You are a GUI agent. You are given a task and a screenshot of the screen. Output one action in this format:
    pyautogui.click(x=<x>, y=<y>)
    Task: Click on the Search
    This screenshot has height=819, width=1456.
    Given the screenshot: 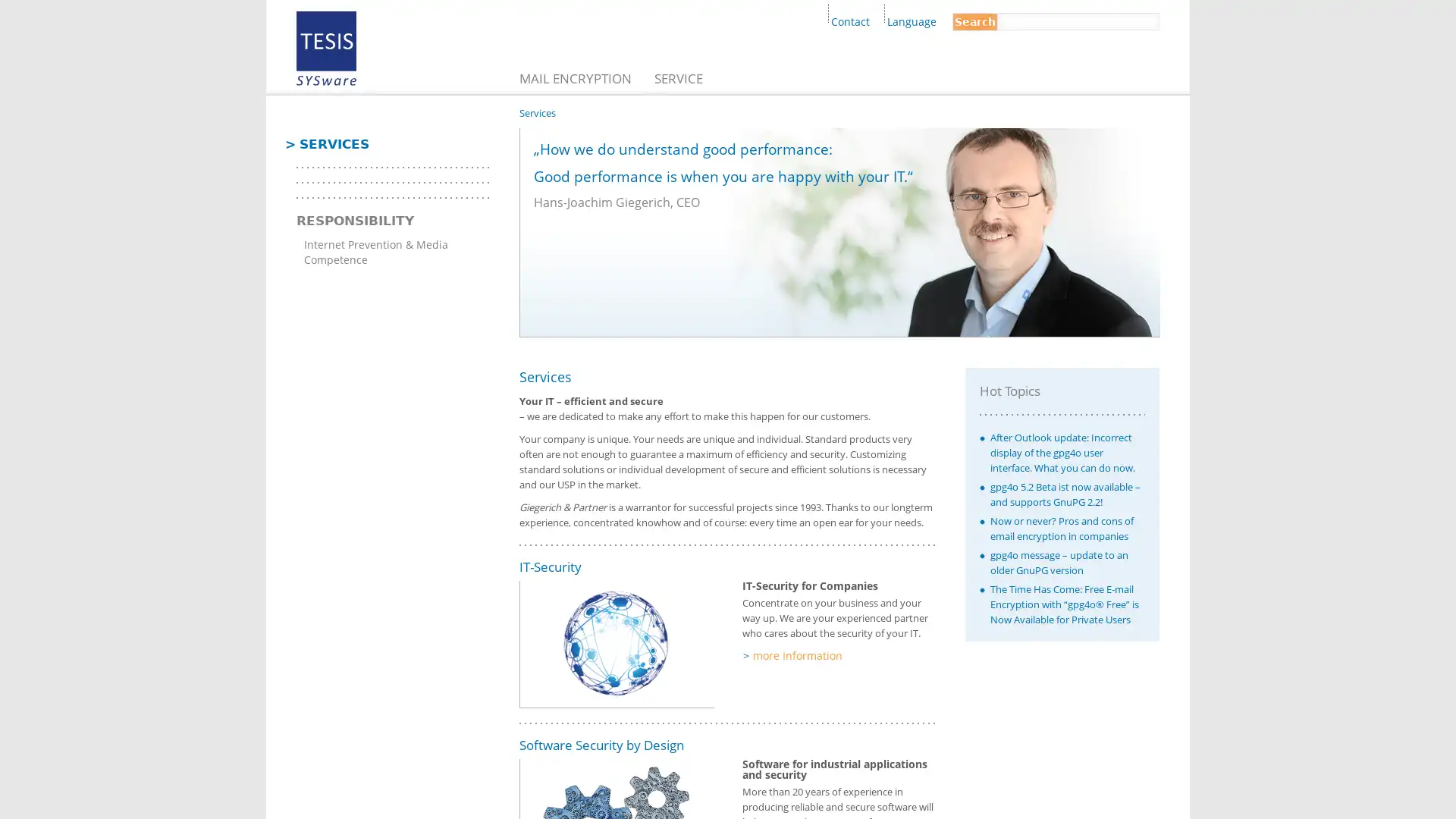 What is the action you would take?
    pyautogui.click(x=975, y=22)
    